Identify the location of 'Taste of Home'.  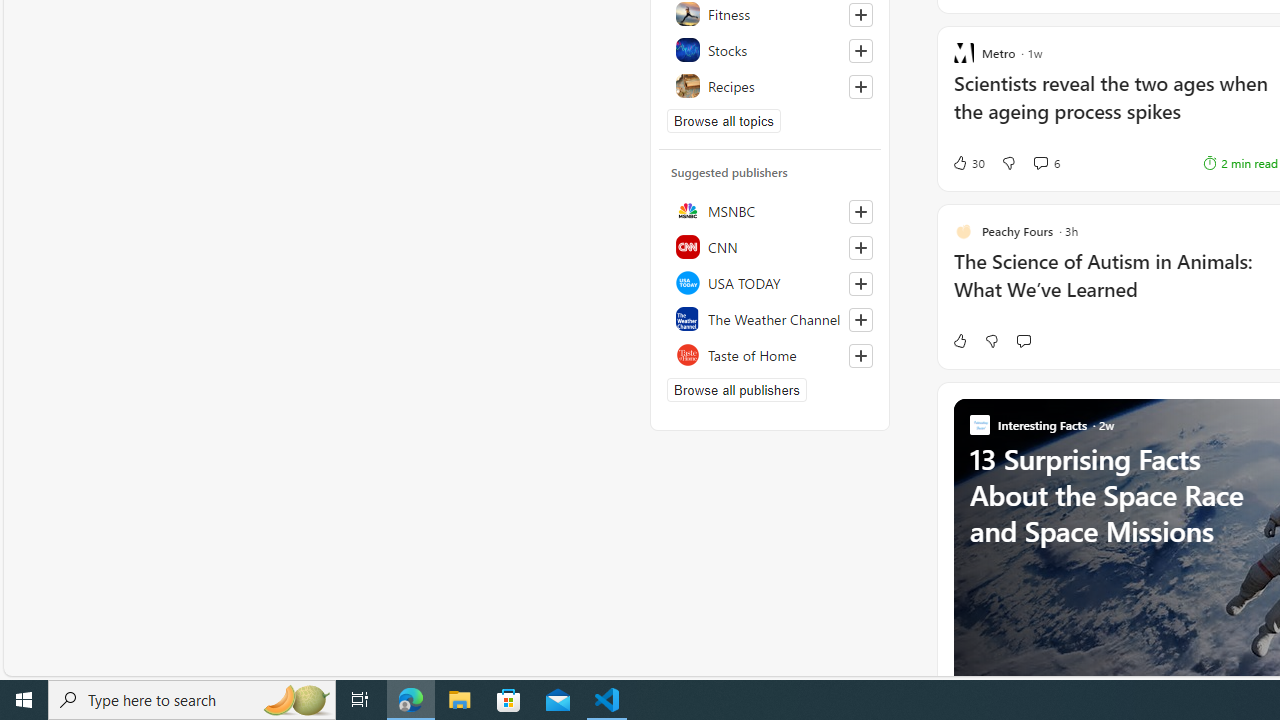
(769, 353).